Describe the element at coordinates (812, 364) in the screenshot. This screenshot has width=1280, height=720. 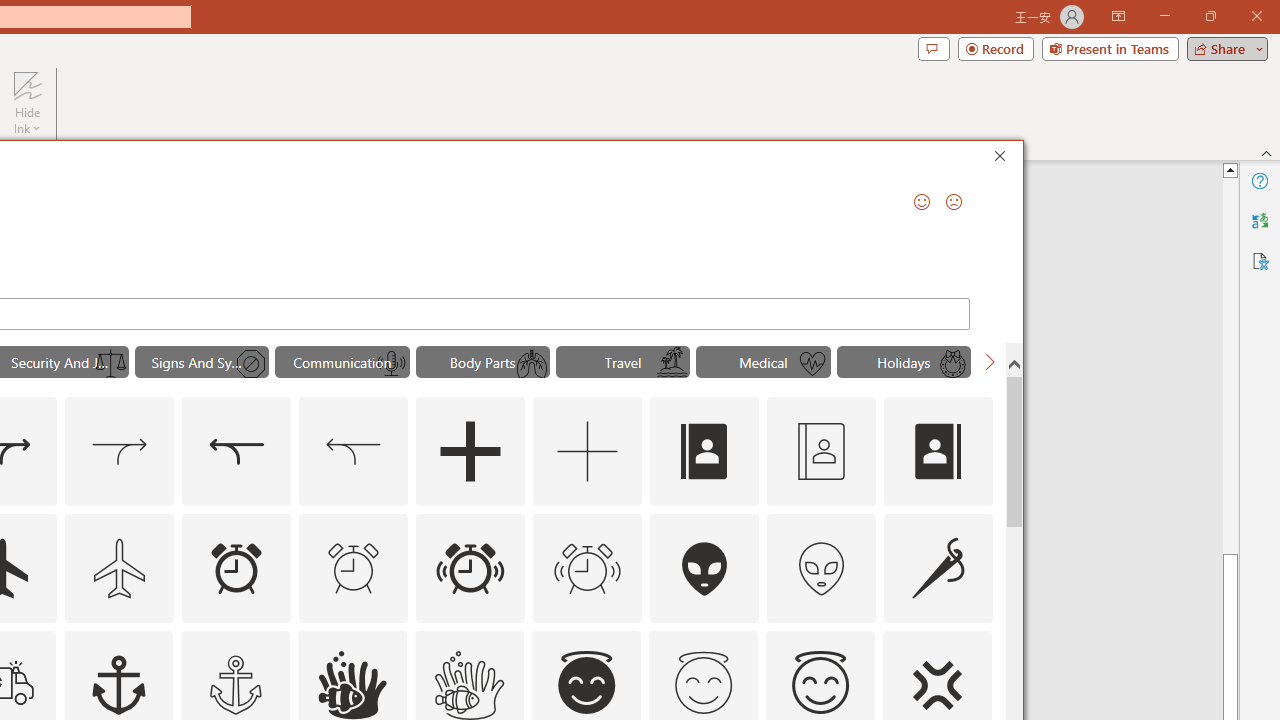
I see `'AutomationID: Icons_HeartWithPulse_M'` at that location.